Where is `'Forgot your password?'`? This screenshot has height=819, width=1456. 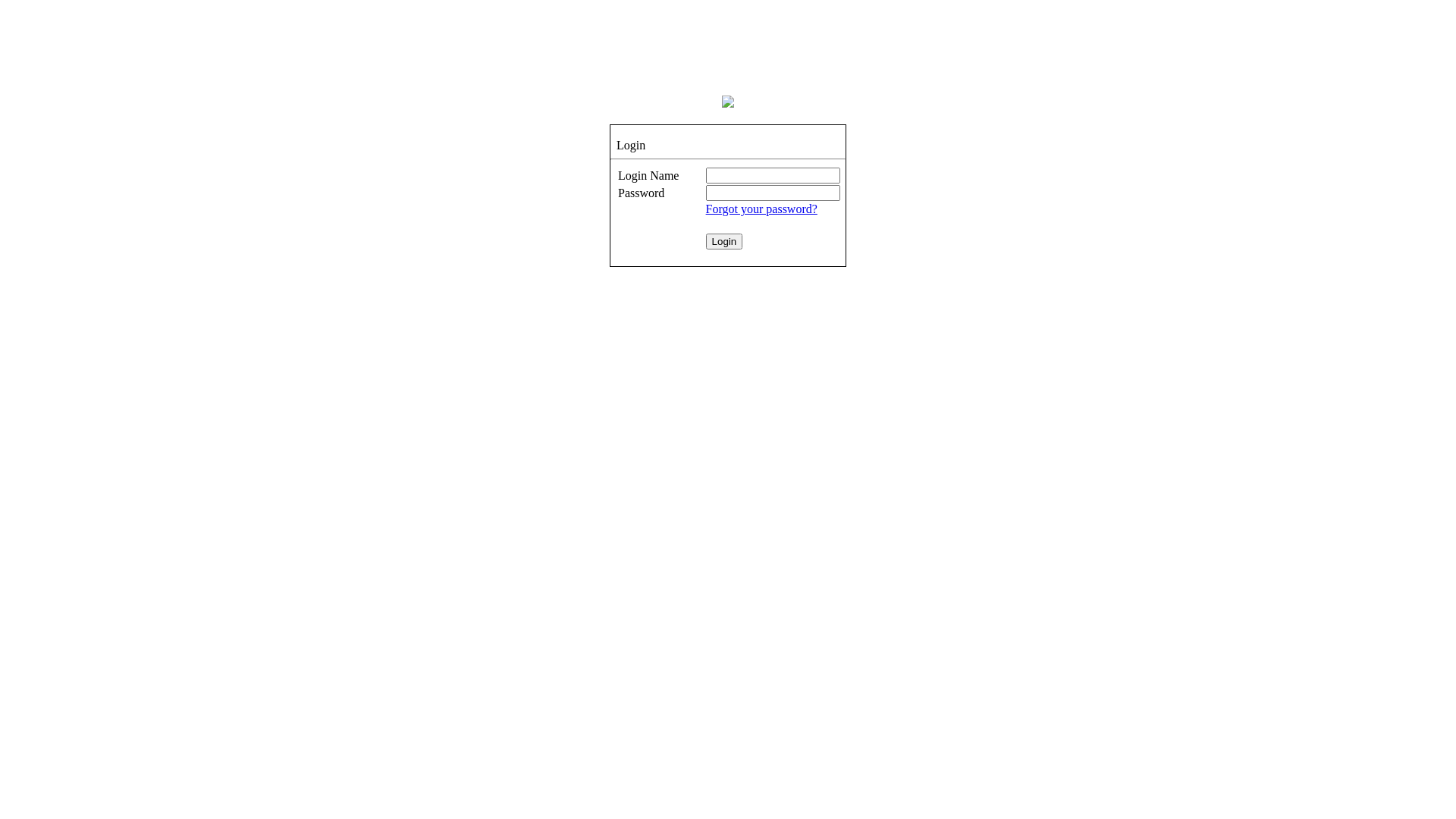 'Forgot your password?' is located at coordinates (761, 209).